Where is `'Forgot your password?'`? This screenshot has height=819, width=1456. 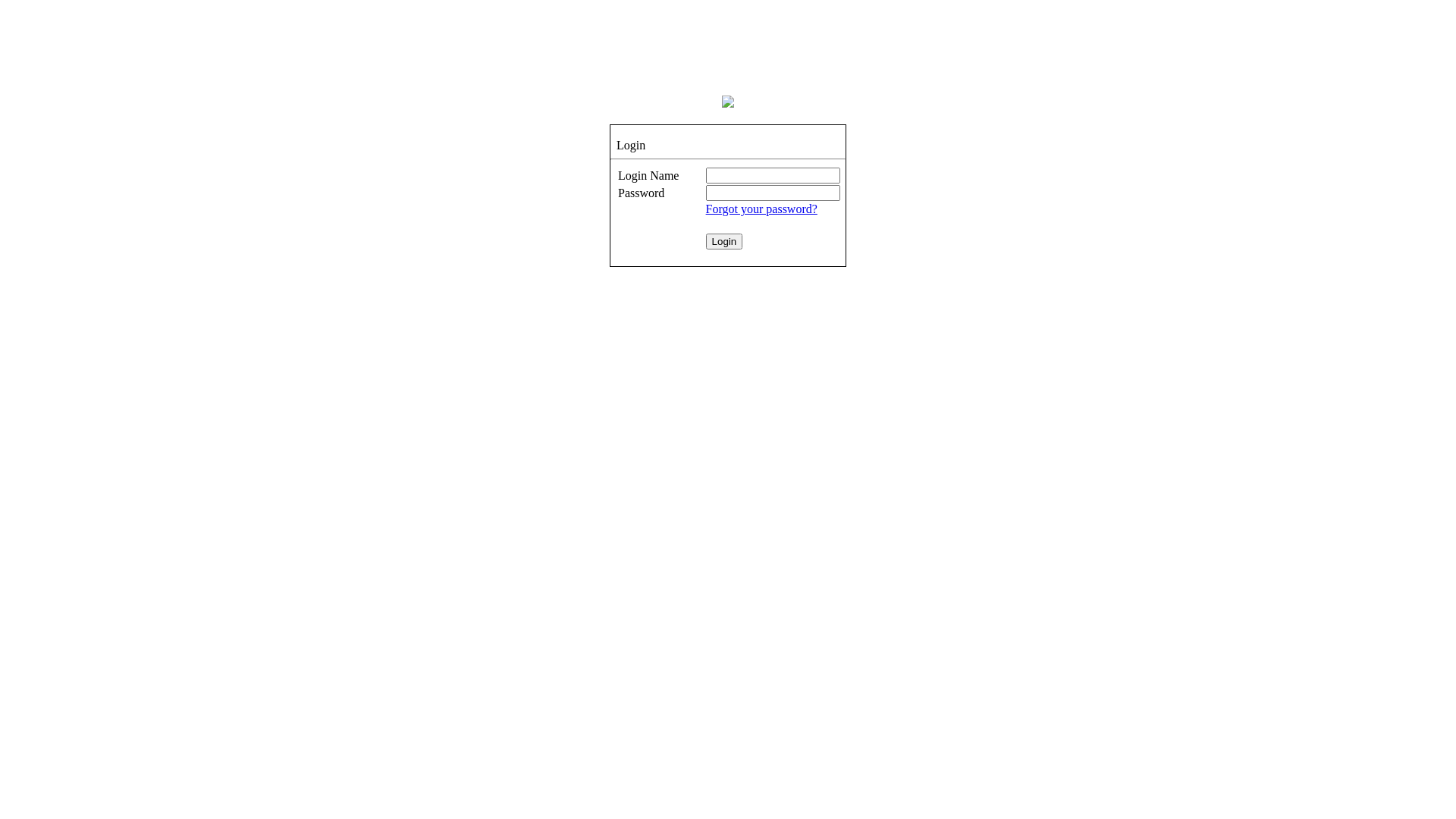 'Forgot your password?' is located at coordinates (761, 209).